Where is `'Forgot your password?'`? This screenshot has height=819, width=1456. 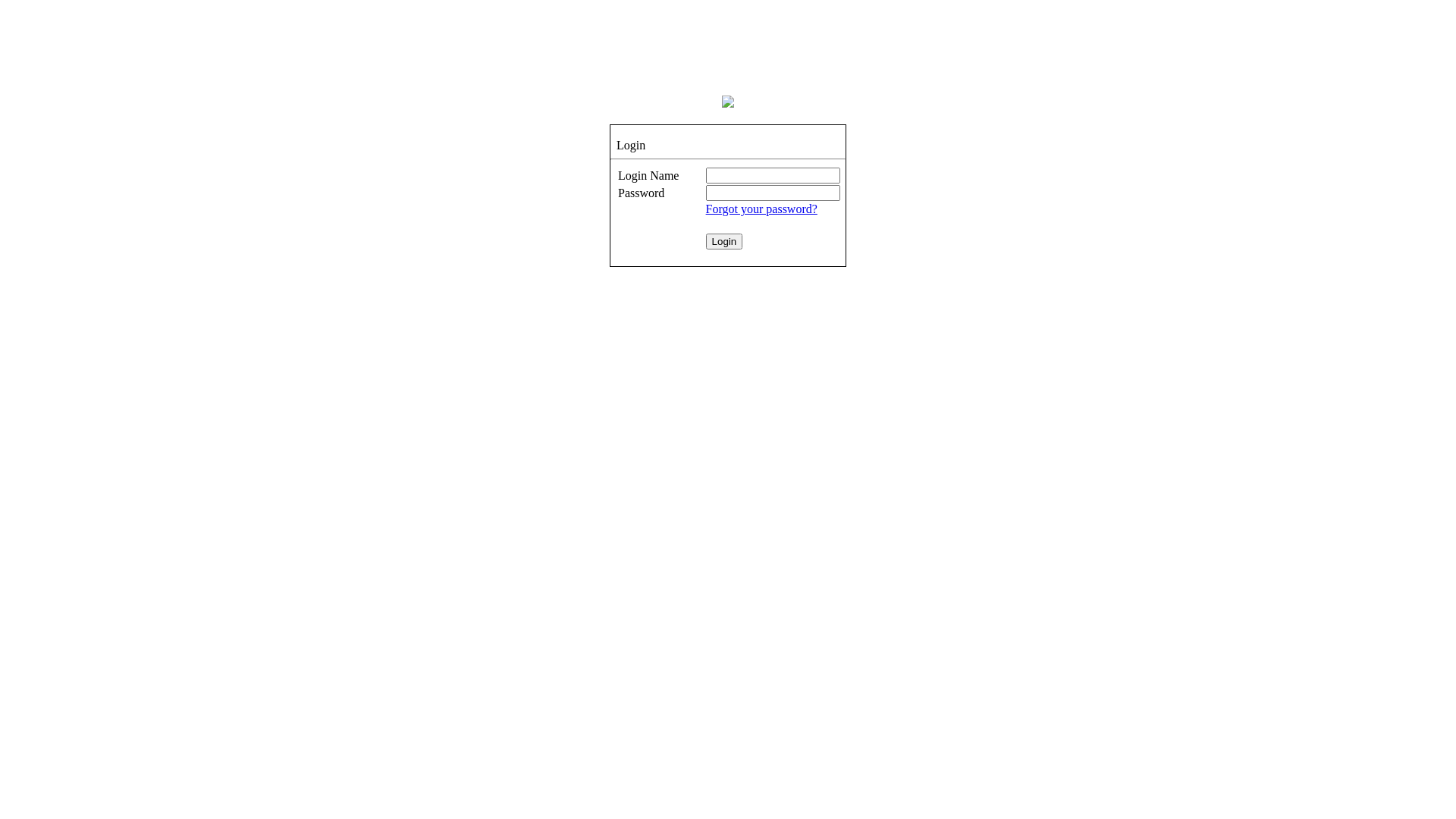 'Forgot your password?' is located at coordinates (761, 209).